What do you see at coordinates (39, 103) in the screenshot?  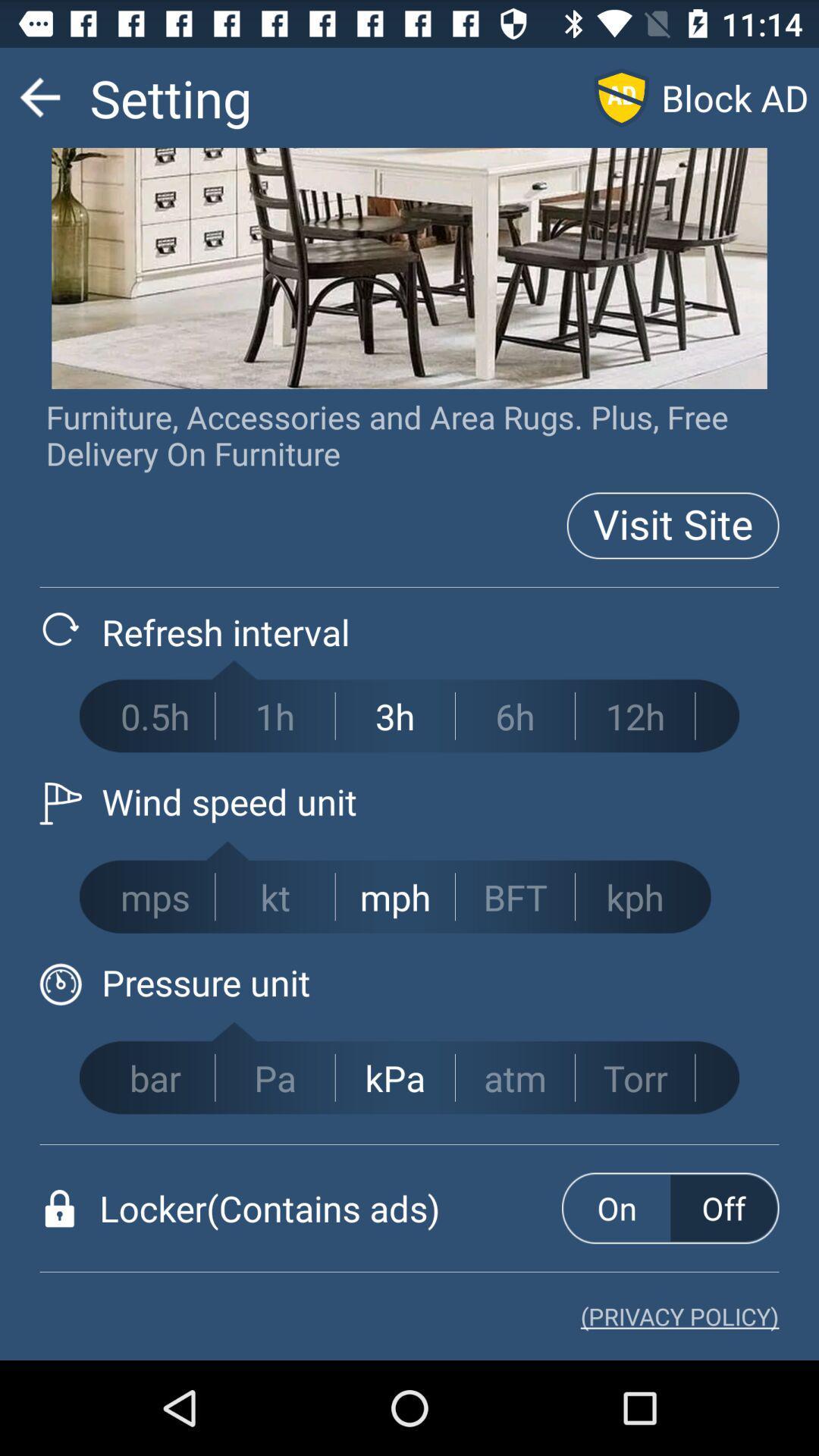 I see `the arrow_backward icon` at bounding box center [39, 103].